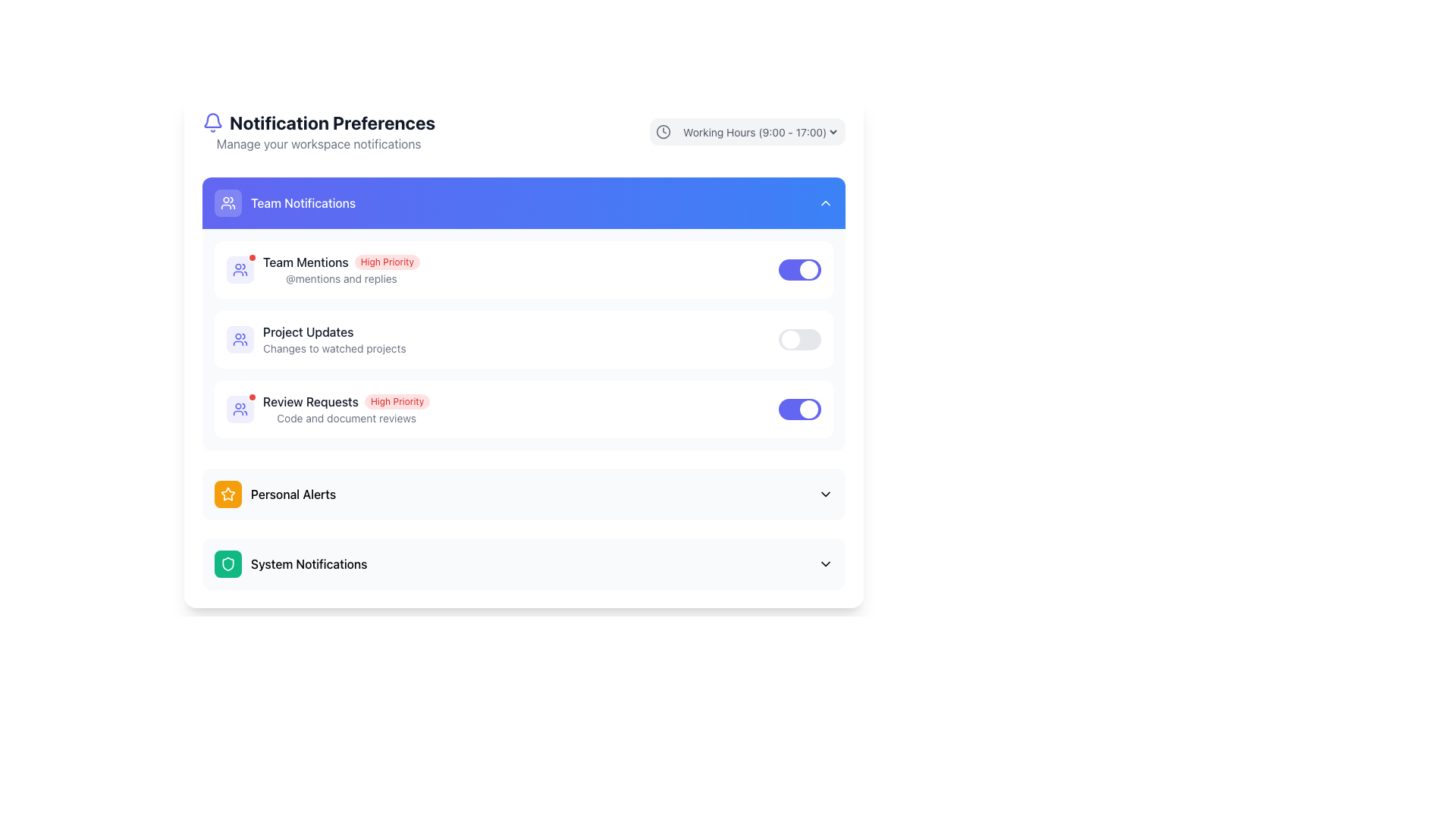  I want to click on the 'Review Requests' notification text element, which is categorized as 'High Priority' and, so click(345, 409).